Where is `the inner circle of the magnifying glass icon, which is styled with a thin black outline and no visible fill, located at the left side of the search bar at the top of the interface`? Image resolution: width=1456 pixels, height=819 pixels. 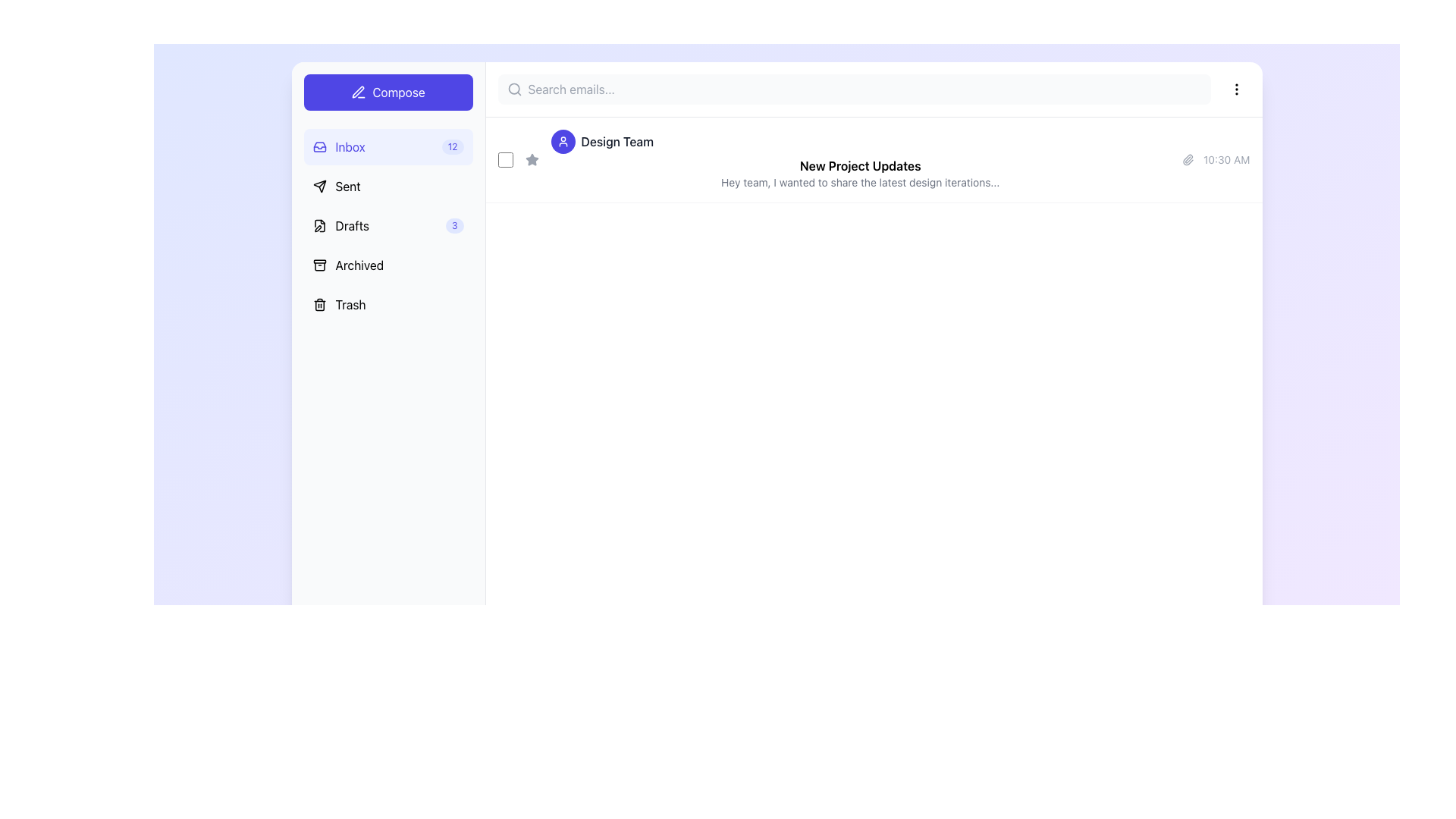
the inner circle of the magnifying glass icon, which is styled with a thin black outline and no visible fill, located at the left side of the search bar at the top of the interface is located at coordinates (513, 89).